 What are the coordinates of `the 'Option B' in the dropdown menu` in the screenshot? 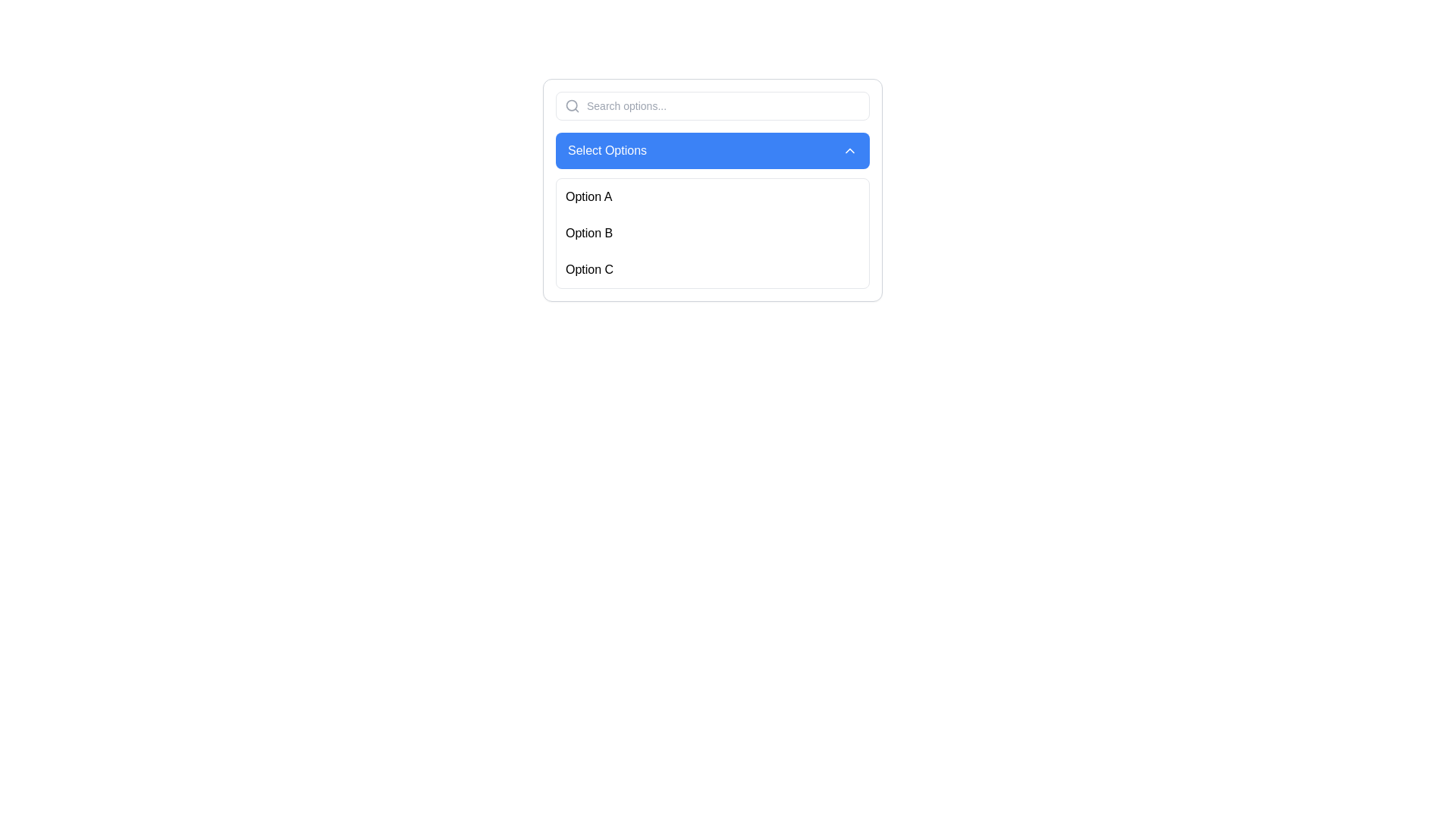 It's located at (712, 189).